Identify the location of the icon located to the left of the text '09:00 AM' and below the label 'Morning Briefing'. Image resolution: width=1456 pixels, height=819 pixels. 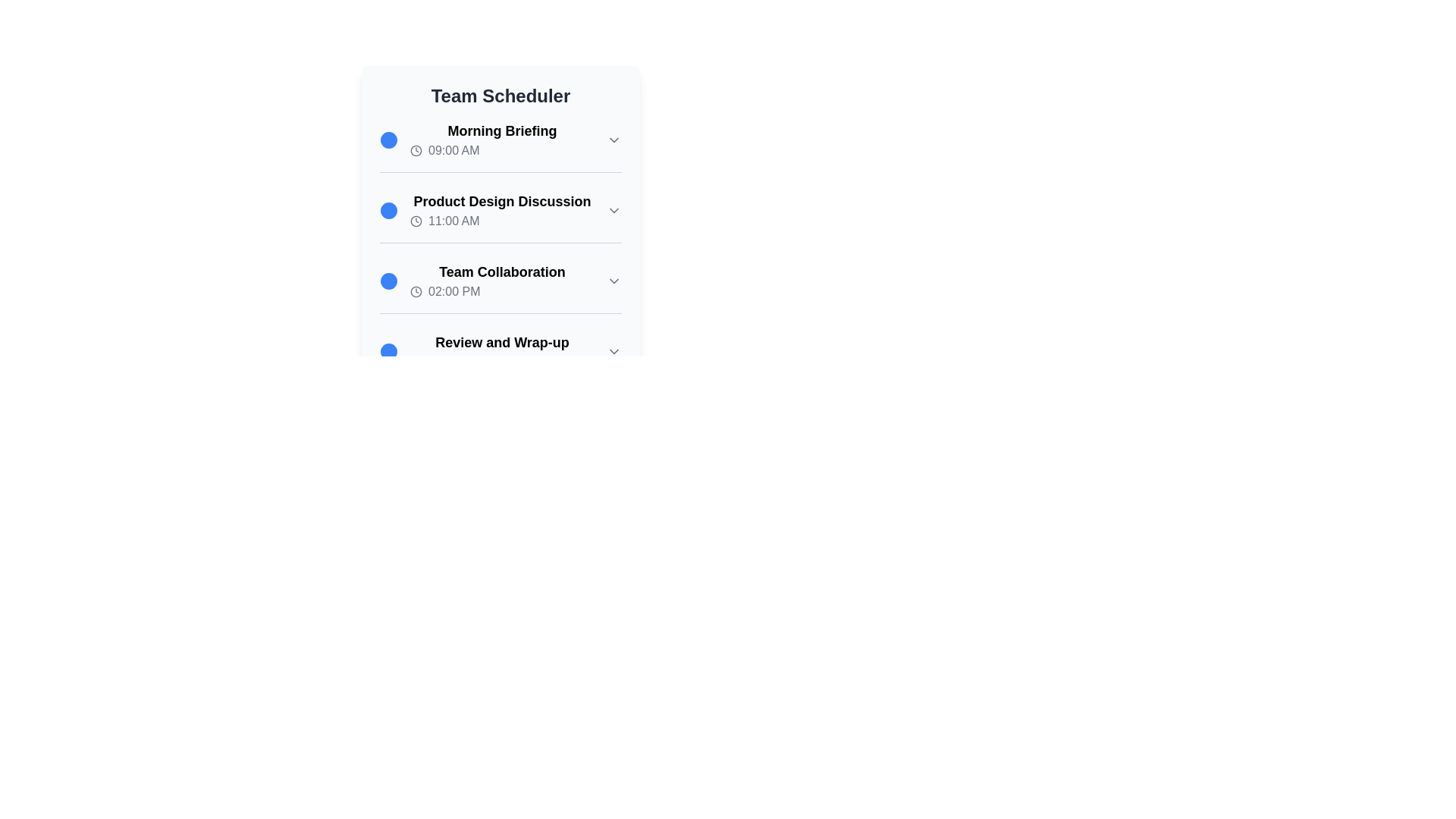
(416, 151).